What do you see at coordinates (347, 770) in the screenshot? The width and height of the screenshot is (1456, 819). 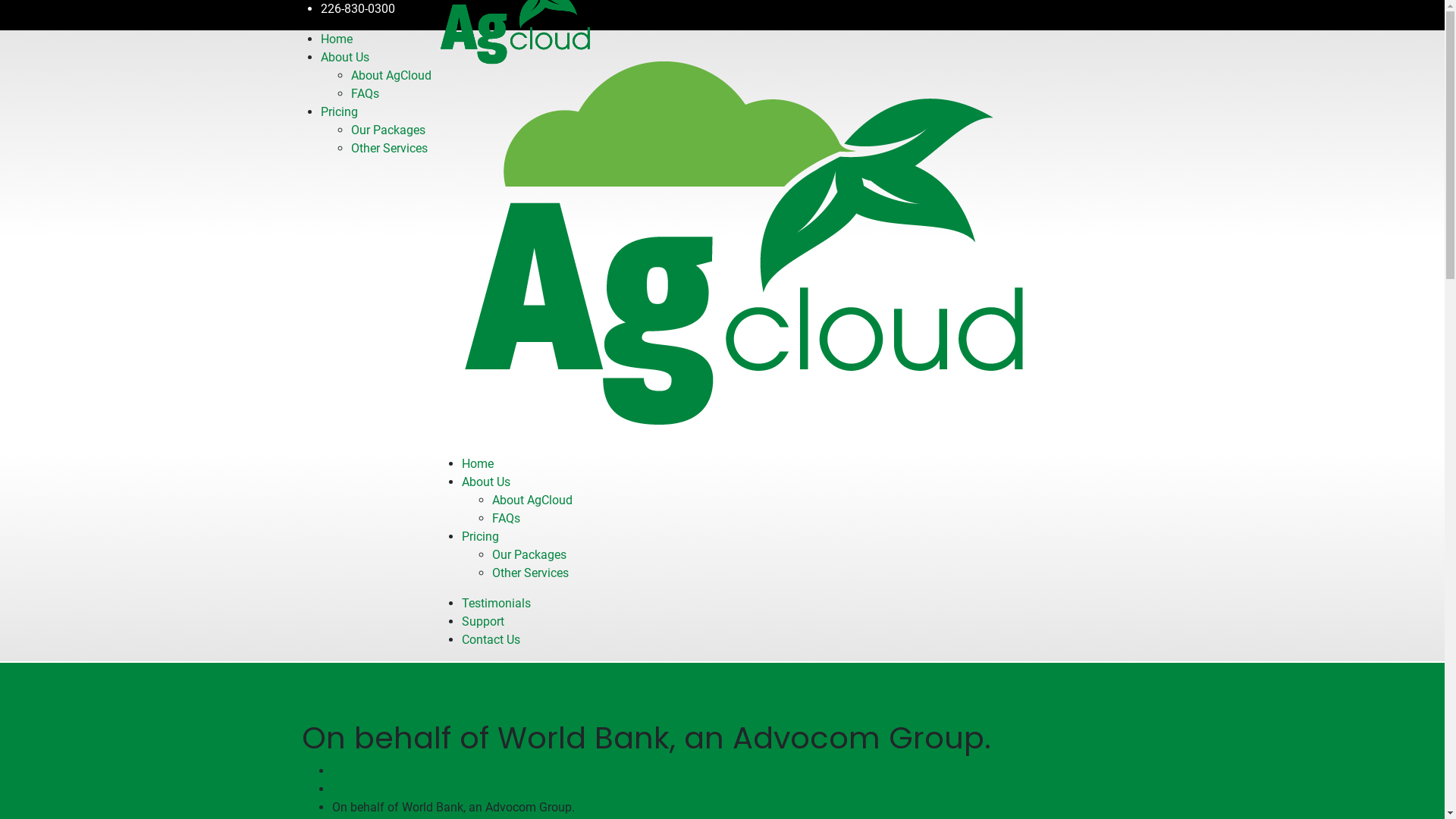 I see `'Home'` at bounding box center [347, 770].